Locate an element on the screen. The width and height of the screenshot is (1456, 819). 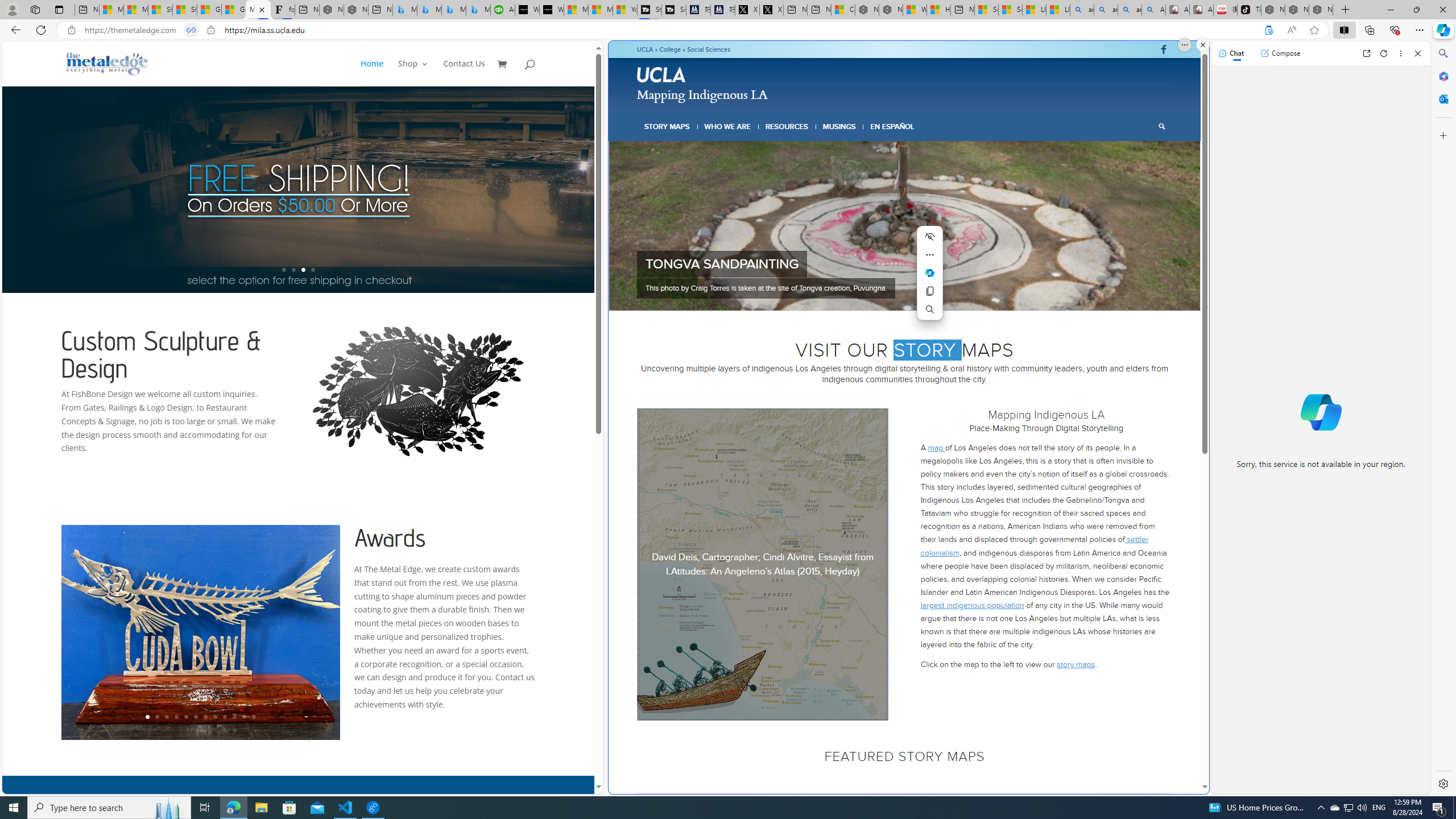
'Close split screen.' is located at coordinates (1202, 44).